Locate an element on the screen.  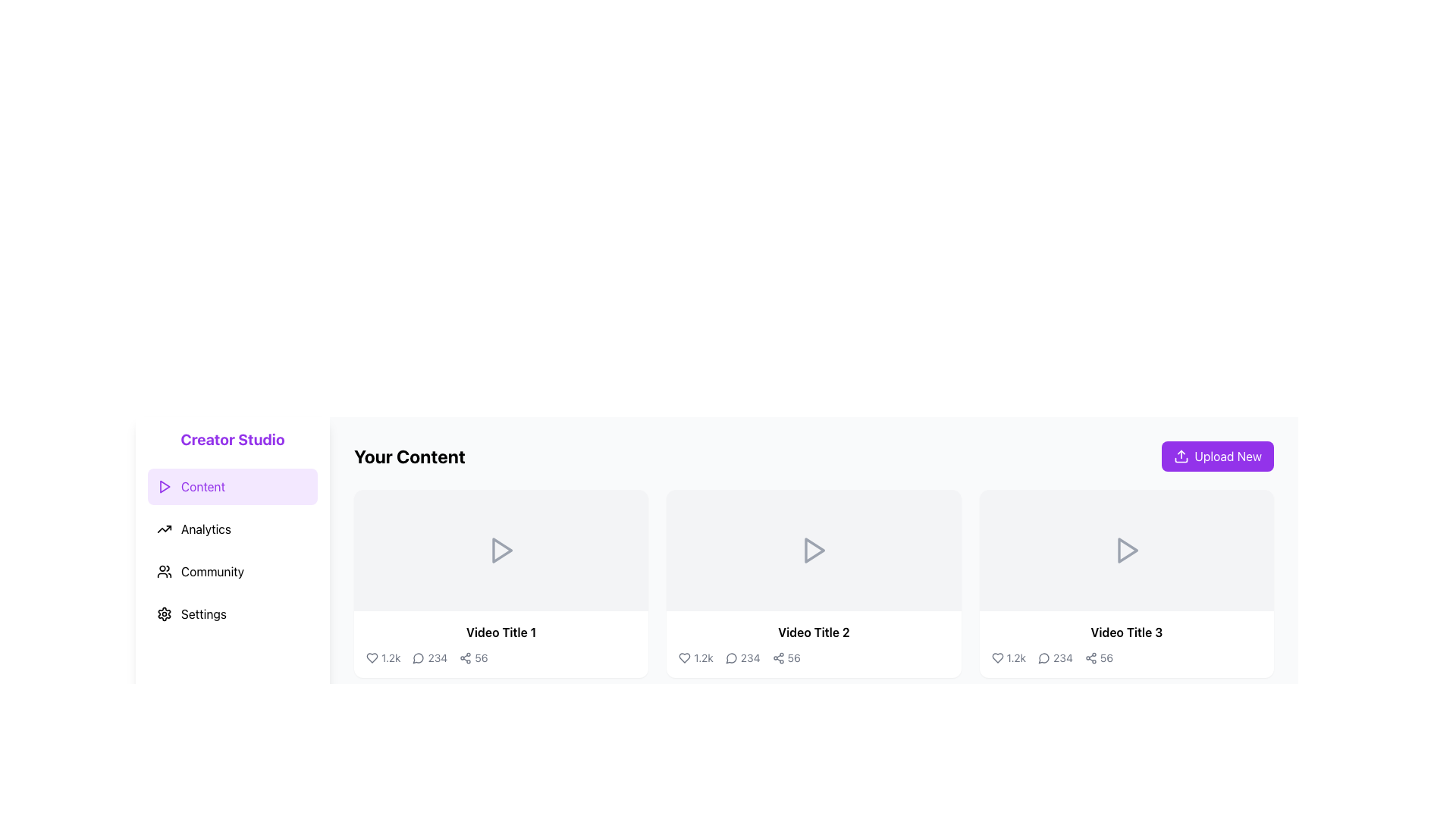
numeric text '234' indicating the comment count located within the third content card under 'Your Content', positioned between the speech bubble icon and a shares count text is located at coordinates (1062, 657).